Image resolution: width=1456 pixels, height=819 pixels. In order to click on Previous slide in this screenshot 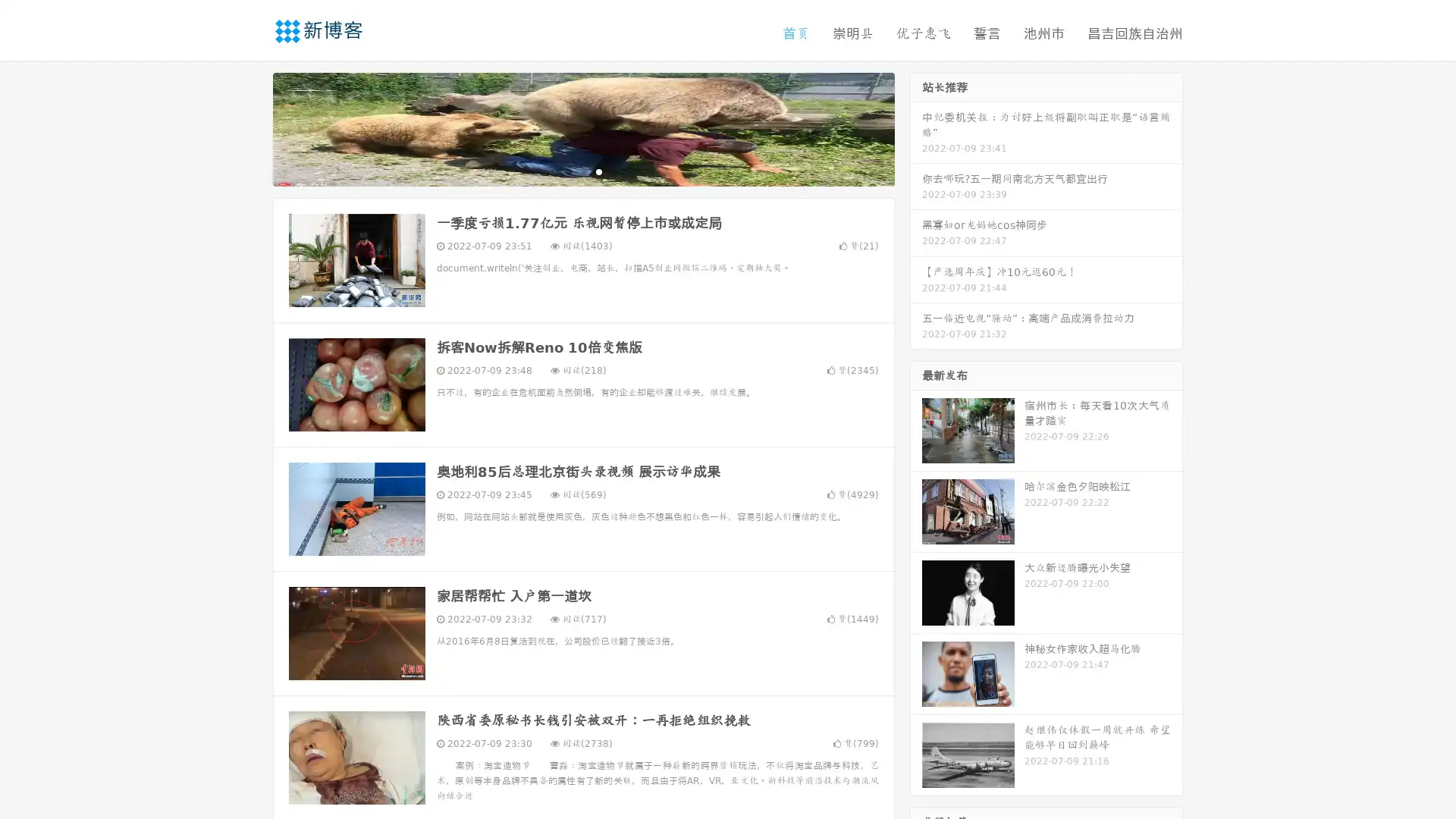, I will do `click(250, 127)`.